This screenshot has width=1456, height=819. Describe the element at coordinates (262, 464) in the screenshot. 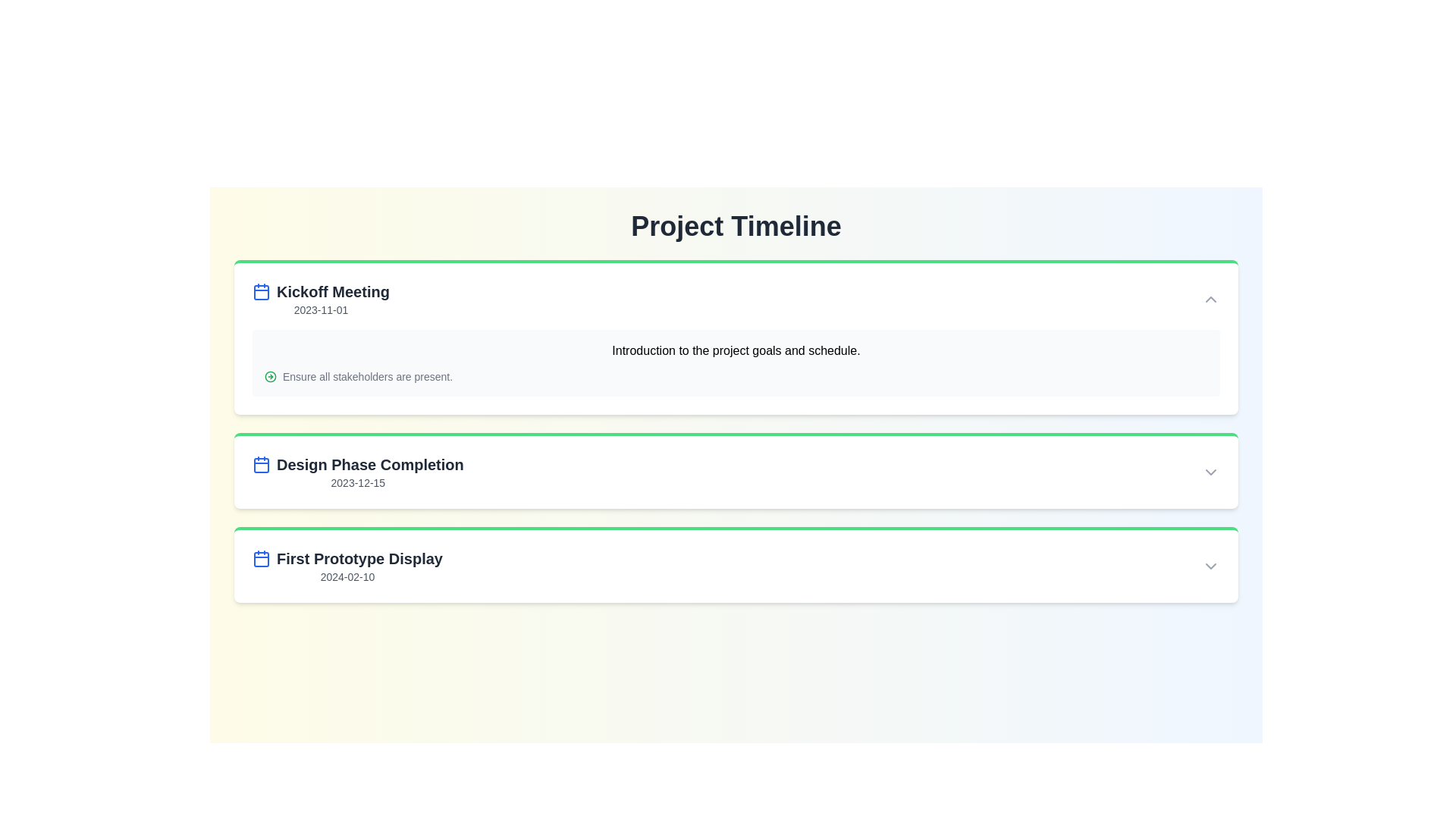

I see `the main body of the calendar icon representing the 'Kickoff Meeting' event, located to the left of its title and date` at that location.